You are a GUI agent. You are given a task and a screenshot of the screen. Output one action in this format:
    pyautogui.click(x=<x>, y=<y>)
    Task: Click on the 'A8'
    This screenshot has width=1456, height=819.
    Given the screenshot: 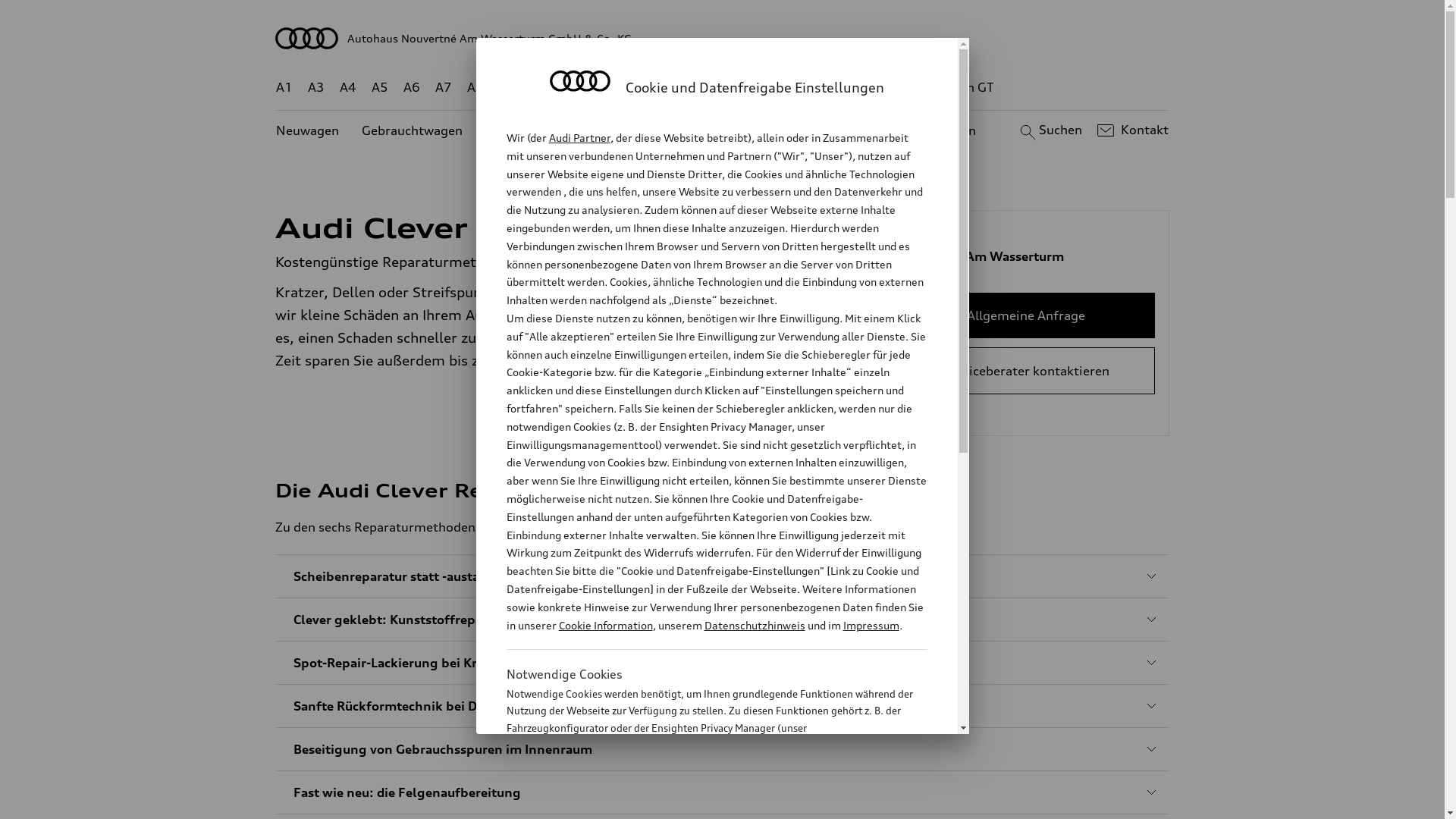 What is the action you would take?
    pyautogui.click(x=475, y=87)
    